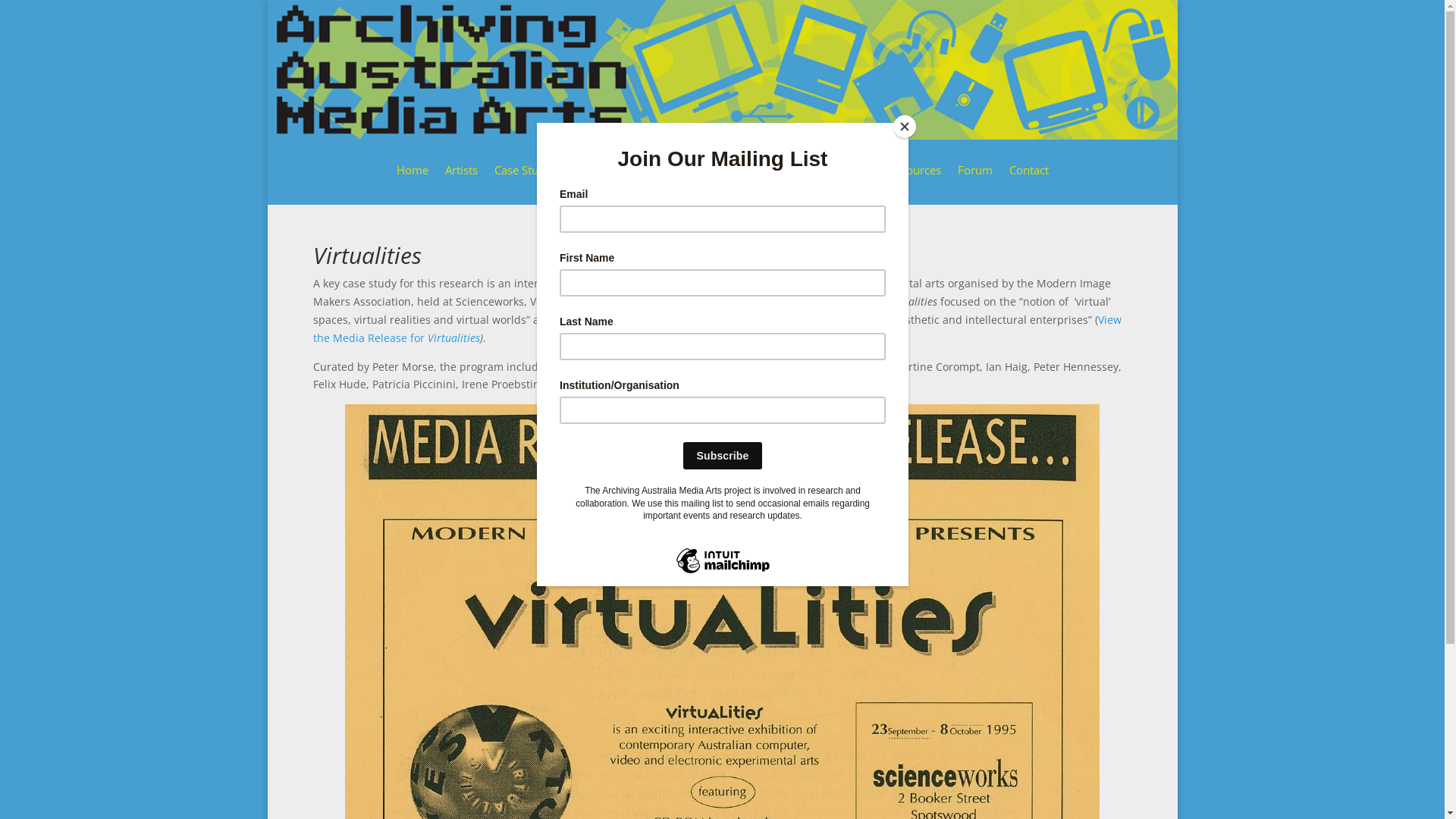  Describe the element at coordinates (720, 70) in the screenshot. I see `'aama'` at that location.